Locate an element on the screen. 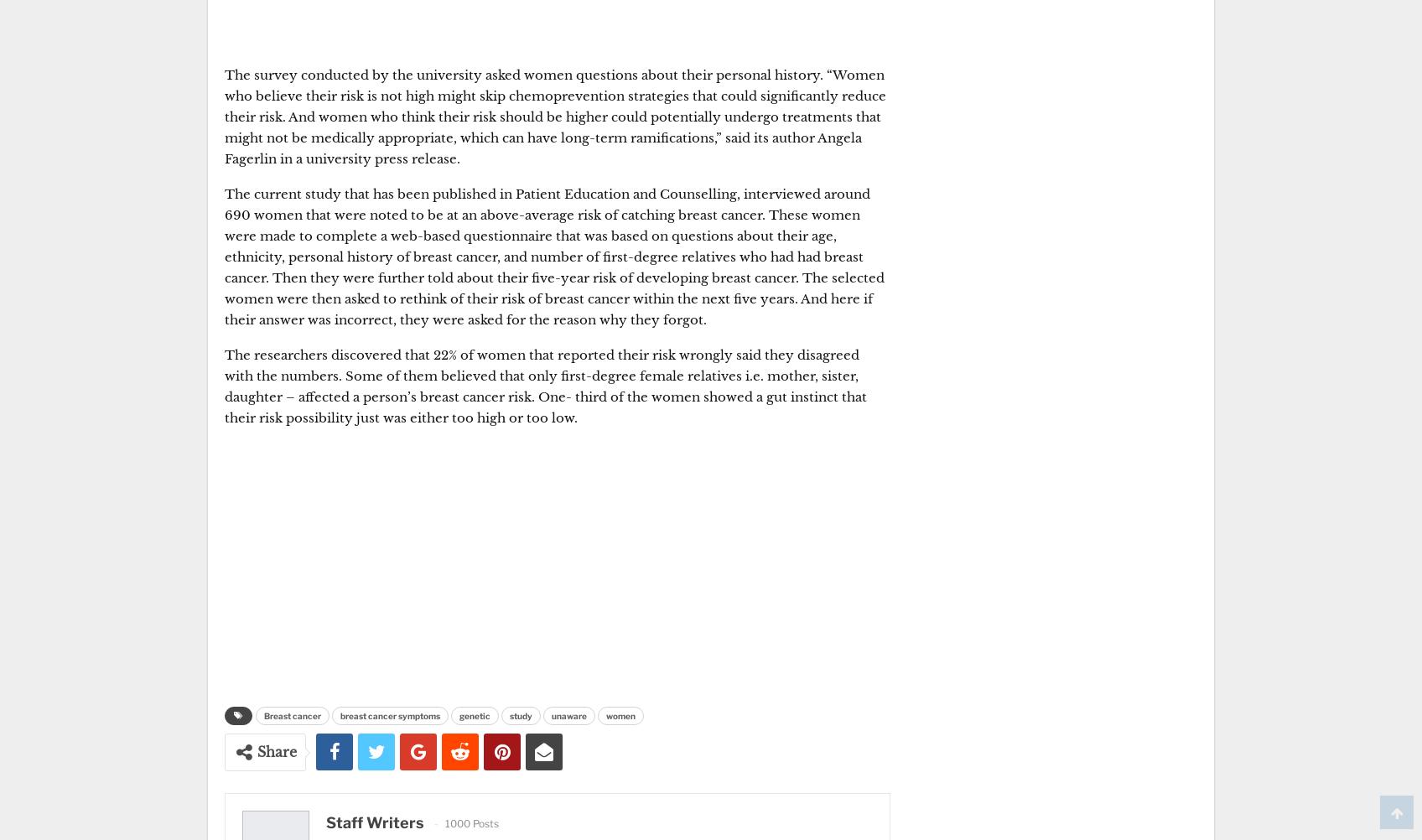 This screenshot has height=840, width=1422. 'The current study that has been published in Patient Education and Counselling, interviewed around 690 women that were noted to be at an above-average risk of catching breast cancer. These women were made to complete a web-based questionnaire that was based on questions about their age, ethnicity, personal history of breast cancer, and number of first-degree relatives who had had breast cancer. Then they were further told about their five-year risk of developing breast cancer. The selected women were then asked to rethink of their risk of breast cancer within the next five years. And here if their answer was incorrect, they were asked for the reason why they forgot.' is located at coordinates (553, 256).